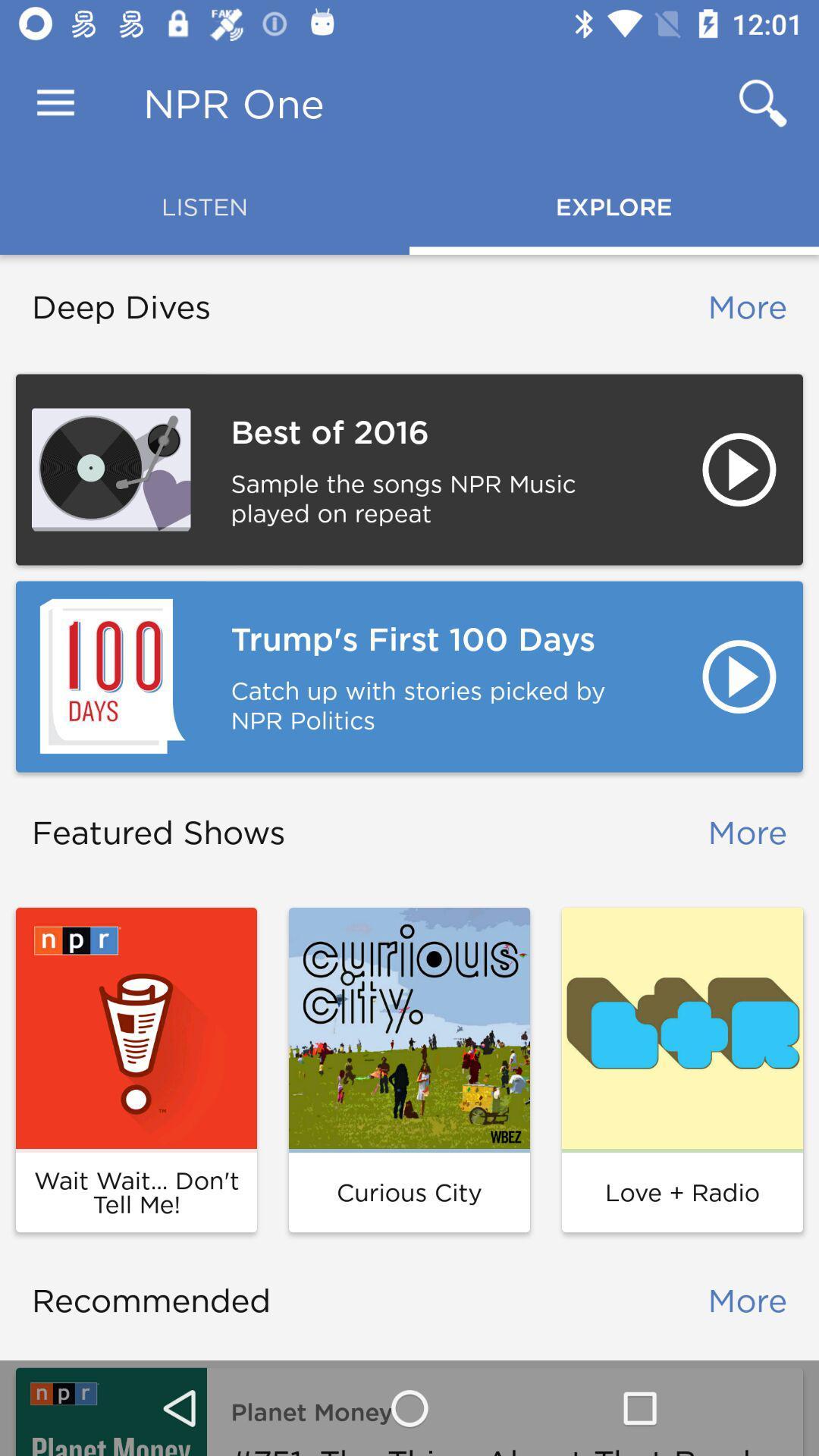 This screenshot has width=819, height=1456. Describe the element at coordinates (110, 1410) in the screenshot. I see `item to the left of planet money item` at that location.